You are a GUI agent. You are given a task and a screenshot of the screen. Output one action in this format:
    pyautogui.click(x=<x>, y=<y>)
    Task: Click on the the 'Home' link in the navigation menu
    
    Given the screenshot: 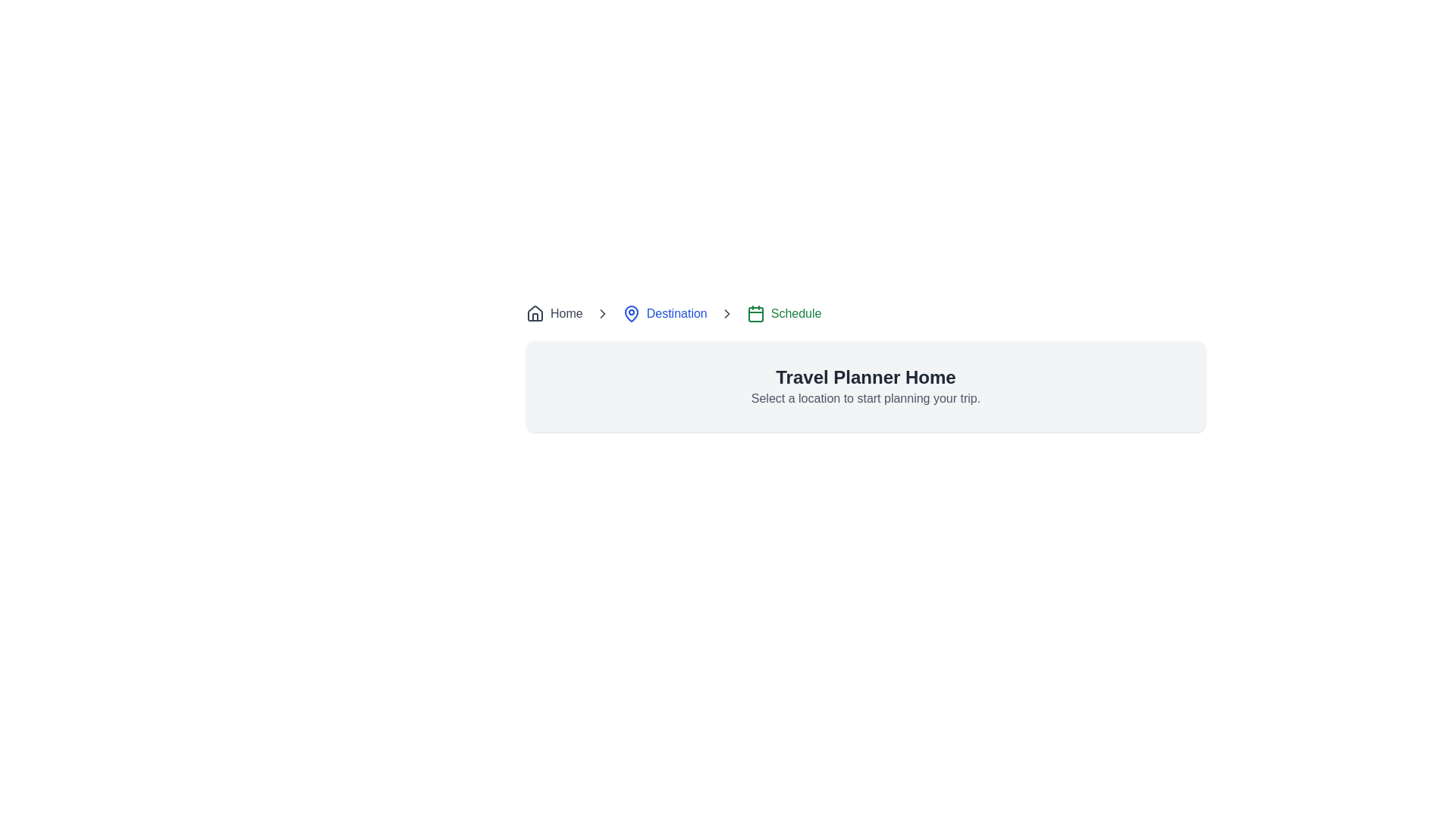 What is the action you would take?
    pyautogui.click(x=554, y=312)
    